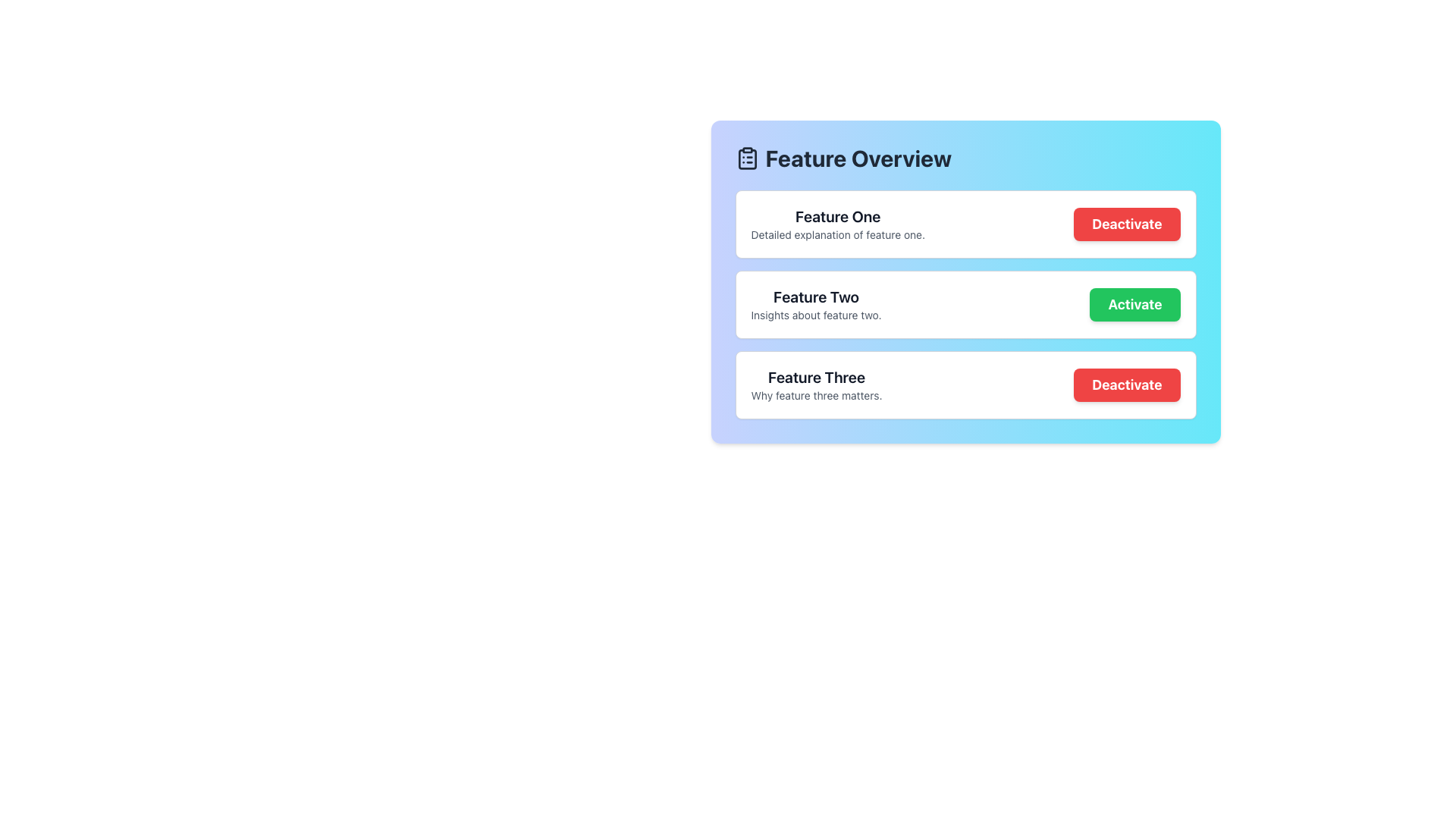 The width and height of the screenshot is (1456, 819). What do you see at coordinates (965, 304) in the screenshot?
I see `the second list item in the 'Feature Overview' section, which provides information about 'Feature Two' and includes an actionable button` at bounding box center [965, 304].